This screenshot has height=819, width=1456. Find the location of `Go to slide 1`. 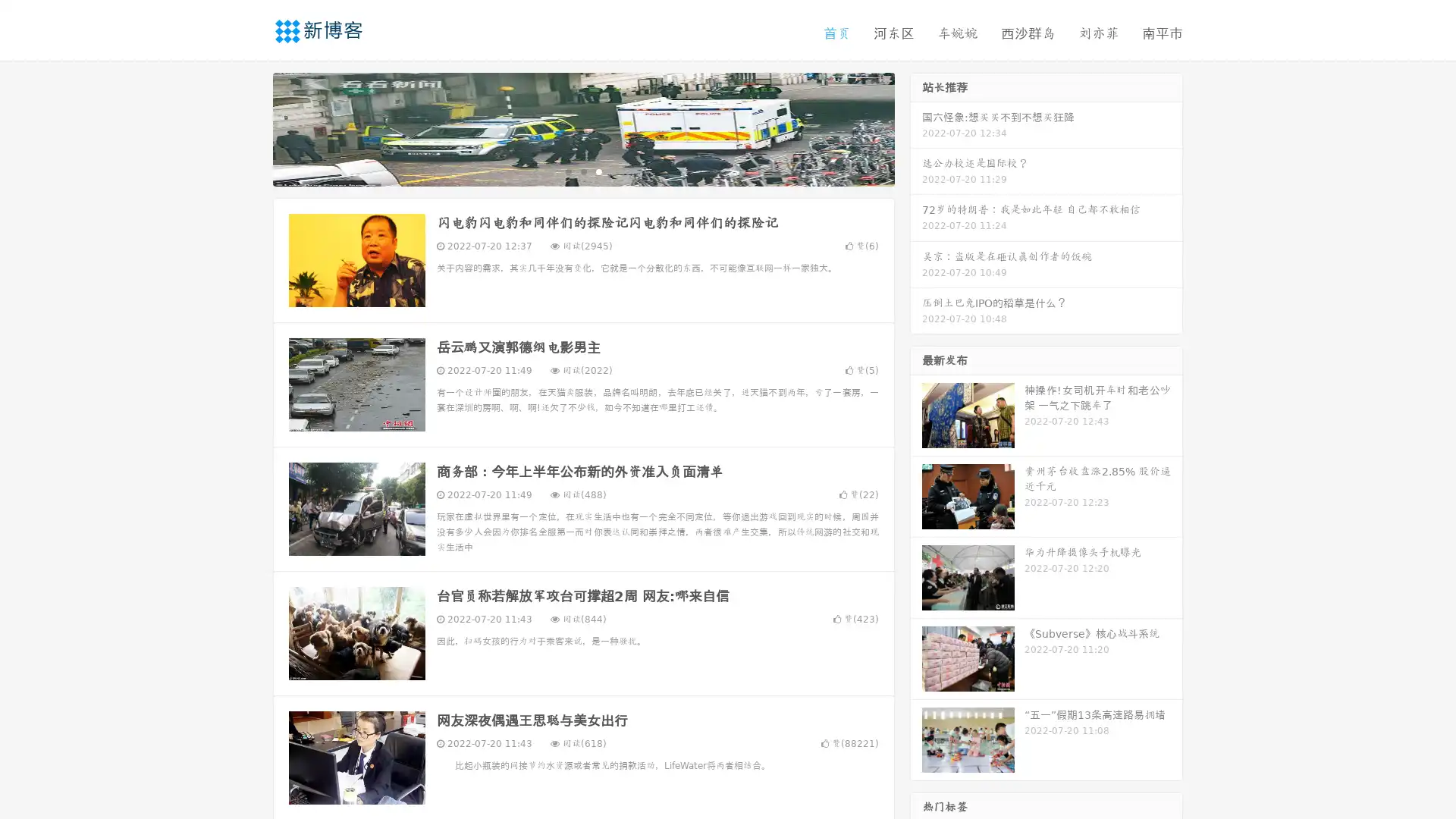

Go to slide 1 is located at coordinates (567, 171).